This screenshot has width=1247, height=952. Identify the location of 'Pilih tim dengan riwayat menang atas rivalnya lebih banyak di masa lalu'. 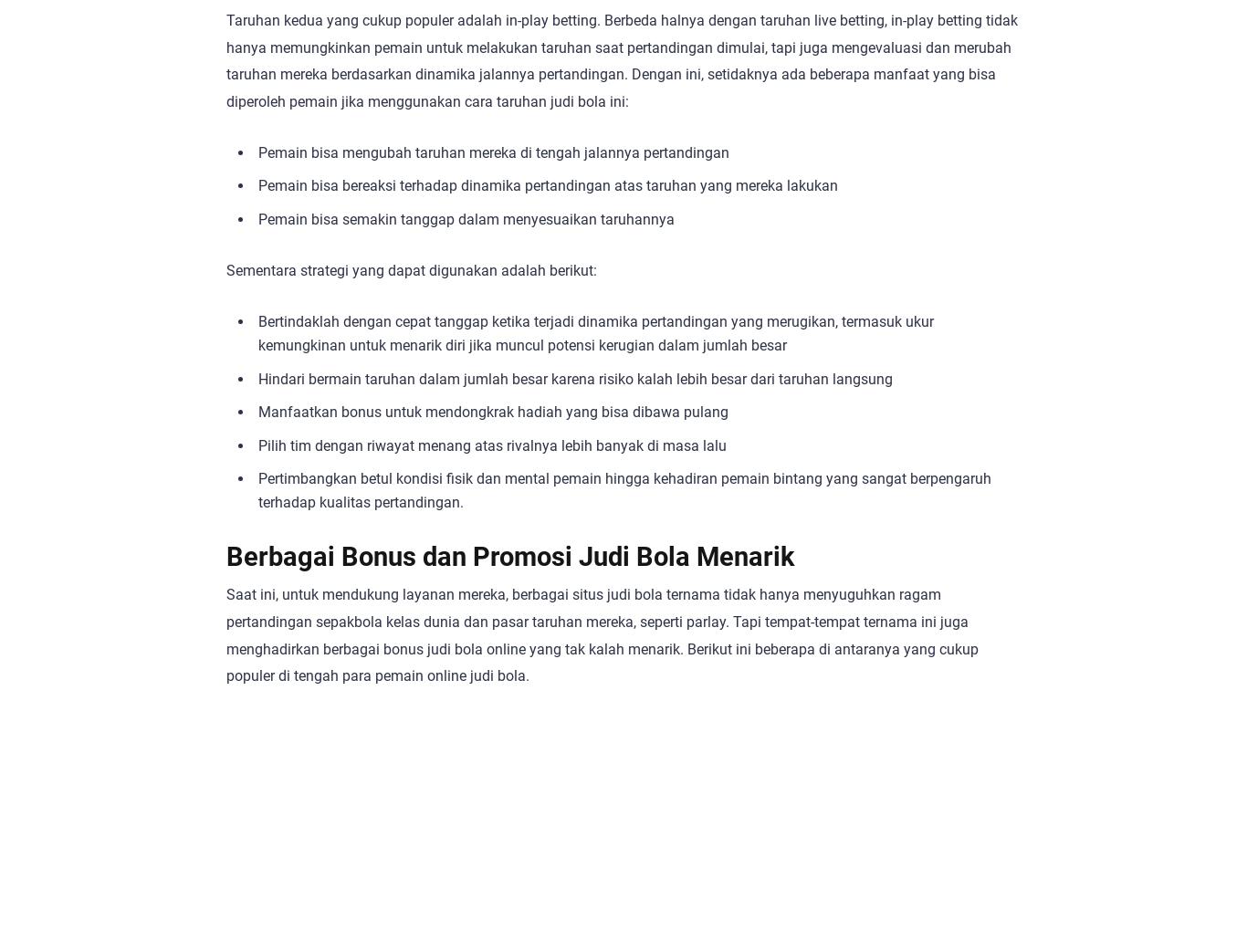
(258, 444).